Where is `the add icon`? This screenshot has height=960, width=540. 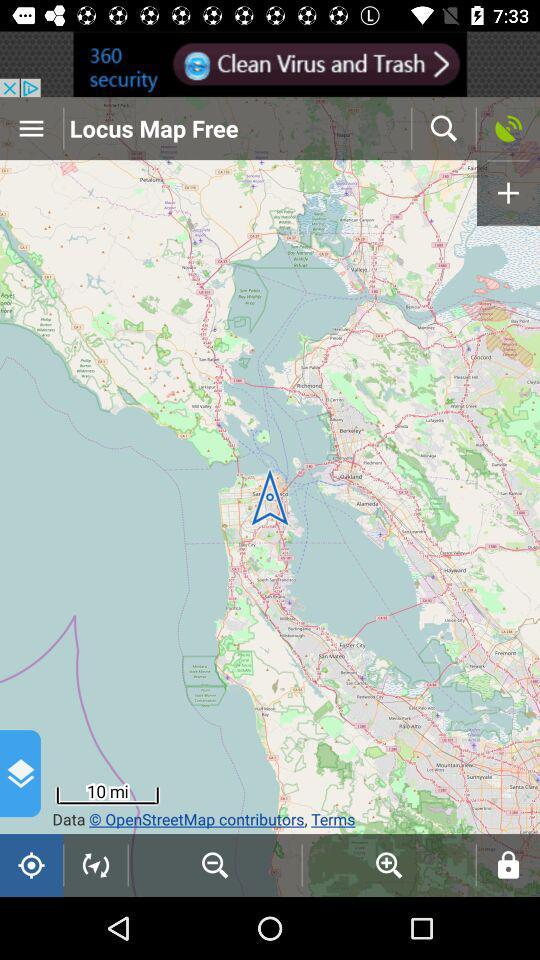
the add icon is located at coordinates (508, 193).